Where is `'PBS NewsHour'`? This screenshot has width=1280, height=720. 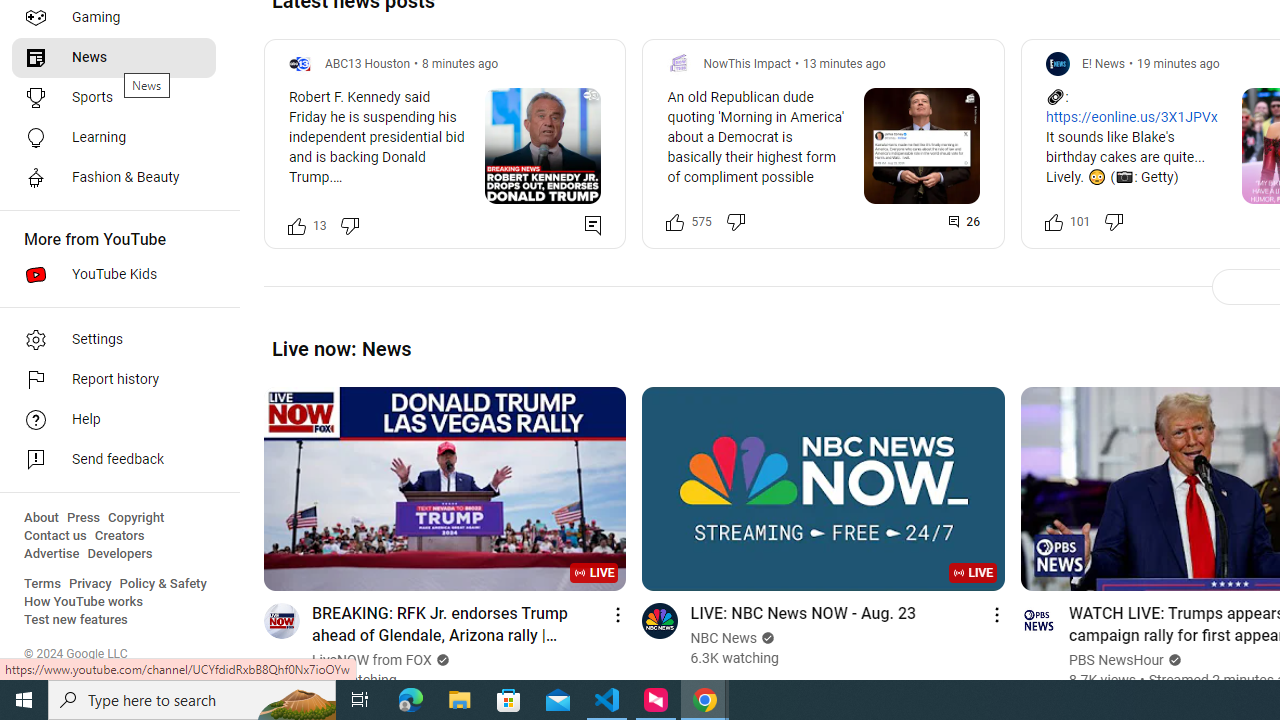 'PBS NewsHour' is located at coordinates (1115, 660).